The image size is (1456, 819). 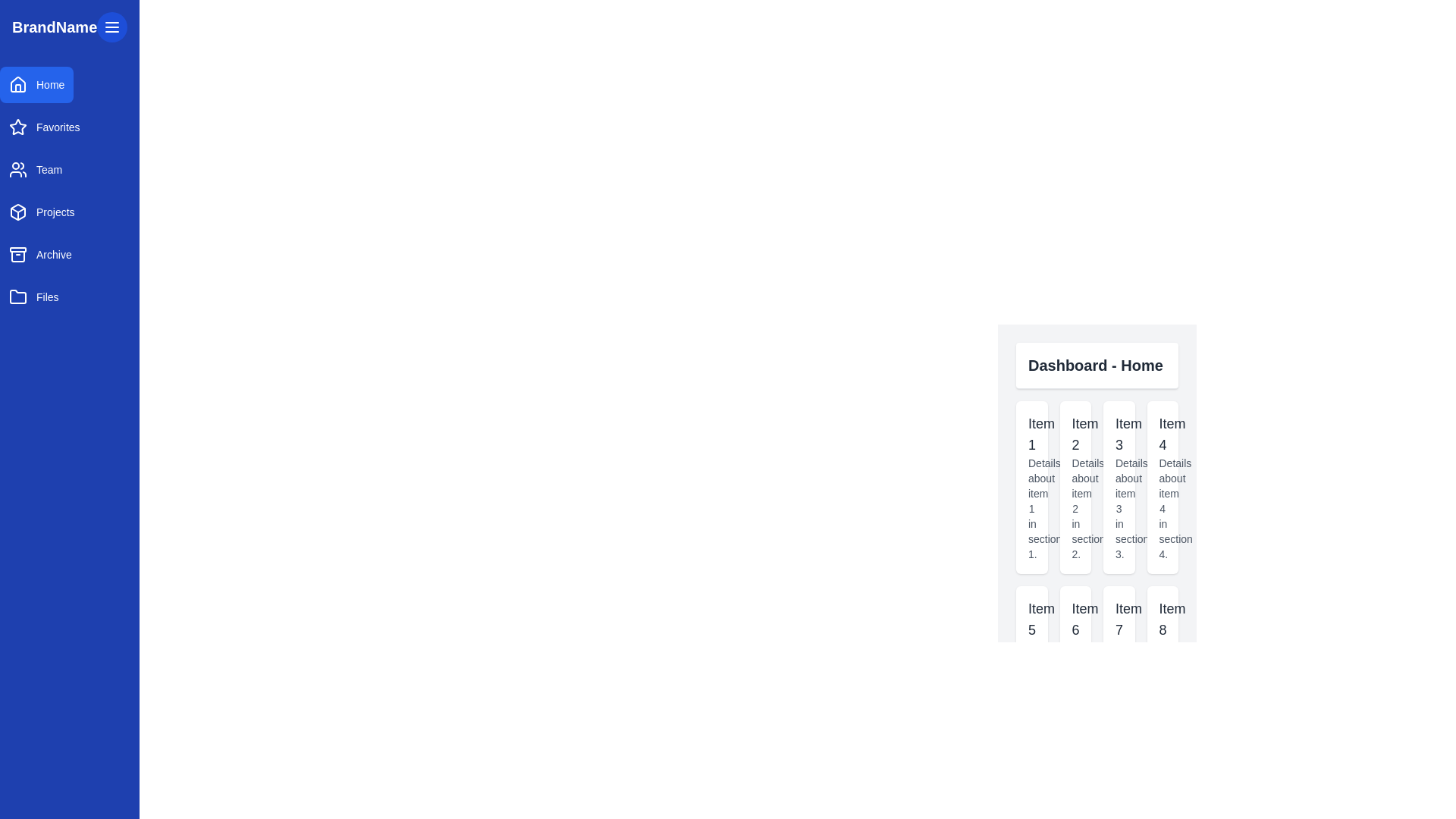 What do you see at coordinates (18, 84) in the screenshot?
I see `the house-shaped icon on the left navigation bar` at bounding box center [18, 84].